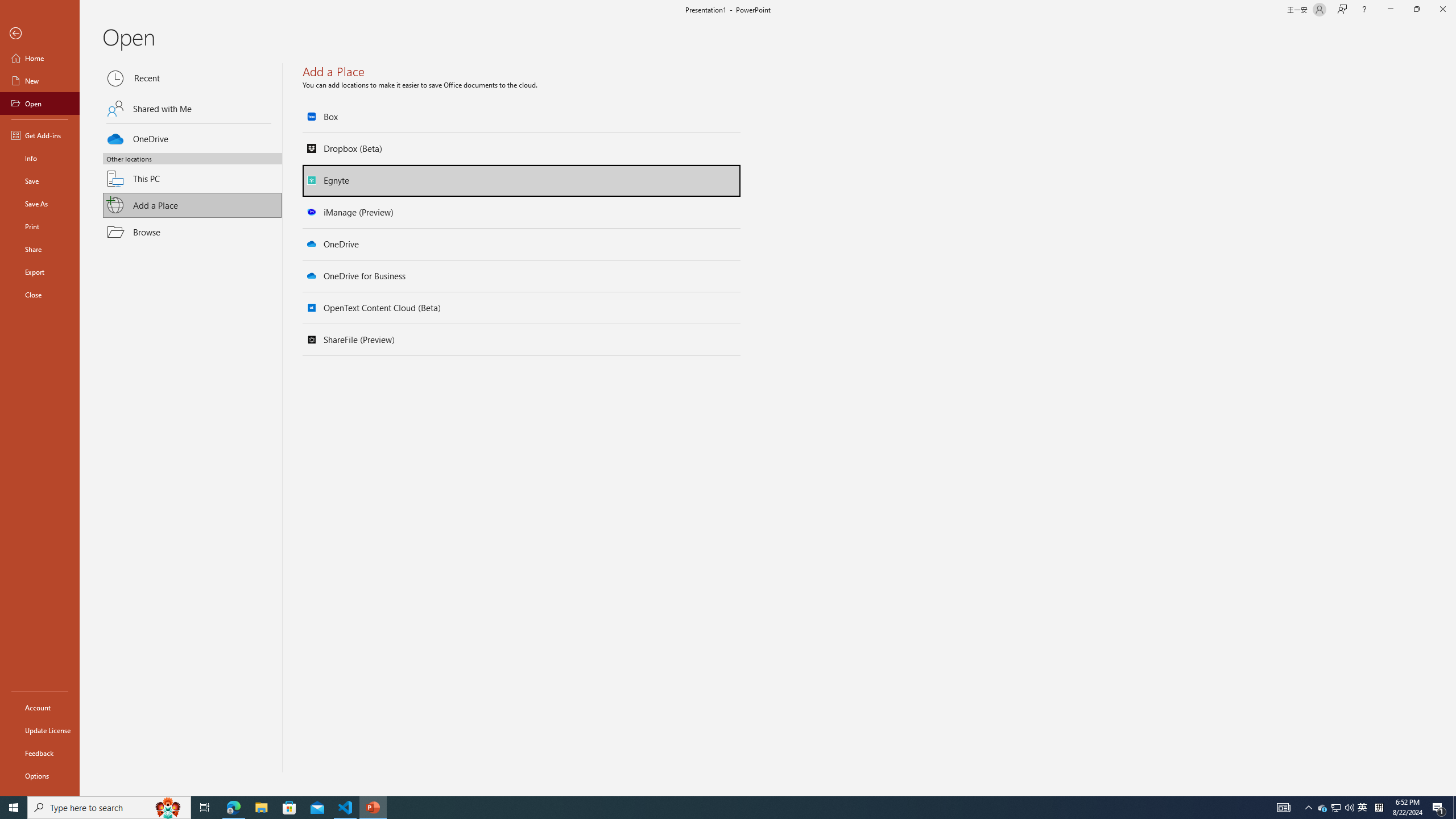  What do you see at coordinates (39, 80) in the screenshot?
I see `'New'` at bounding box center [39, 80].